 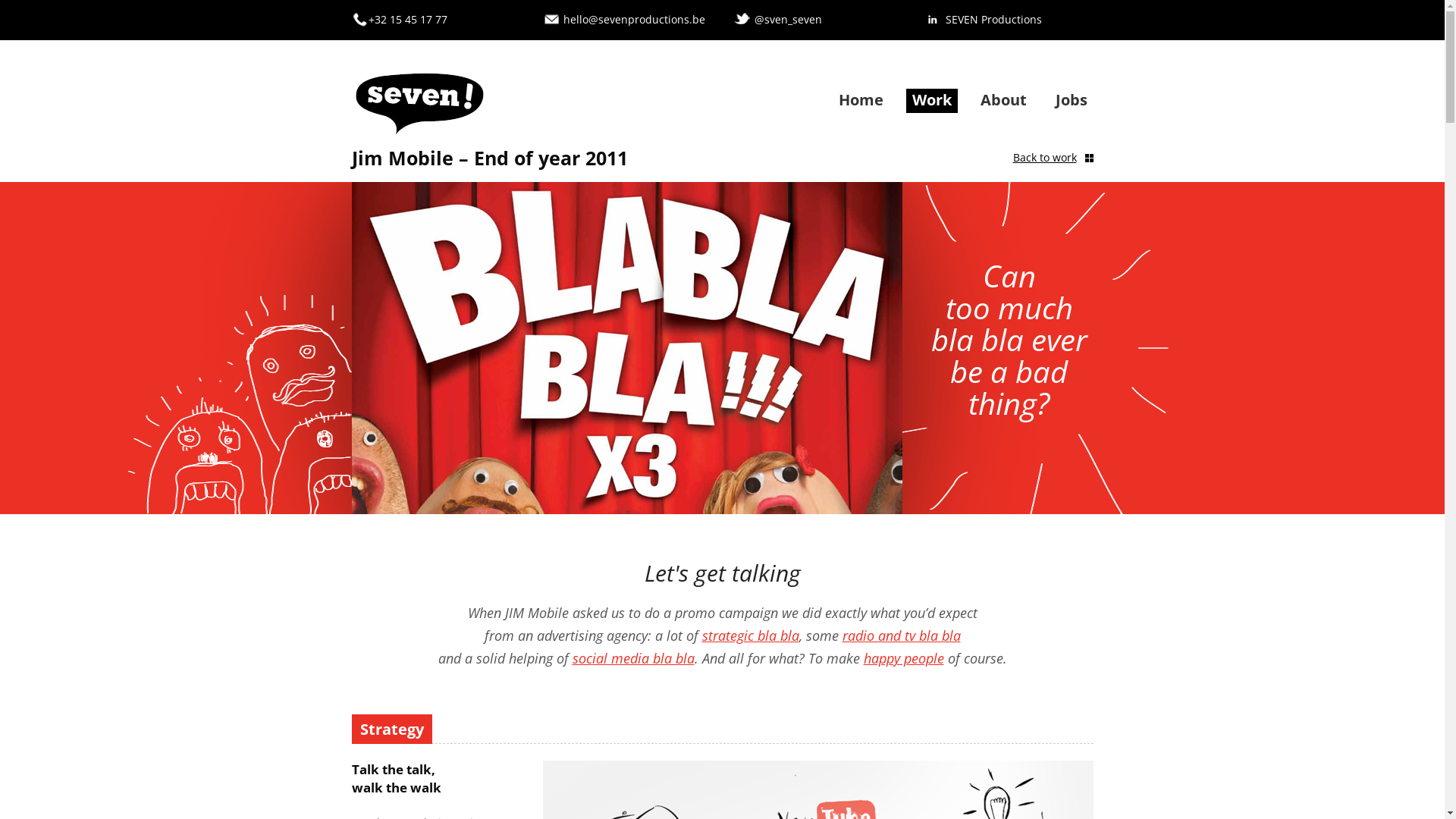 What do you see at coordinates (993, 19) in the screenshot?
I see `'SEVEN Productions'` at bounding box center [993, 19].